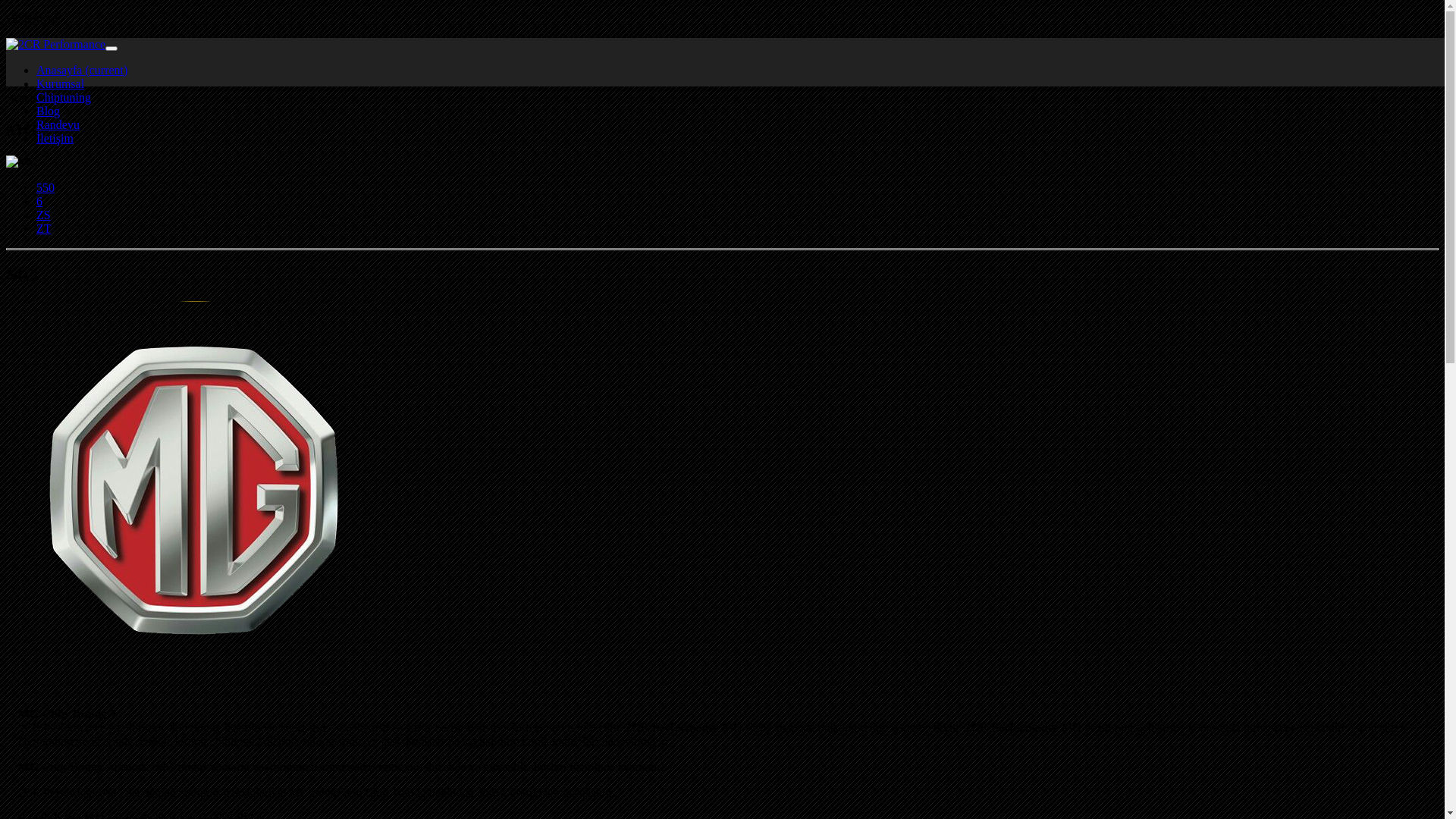 The image size is (1456, 819). I want to click on '6', so click(36, 200).